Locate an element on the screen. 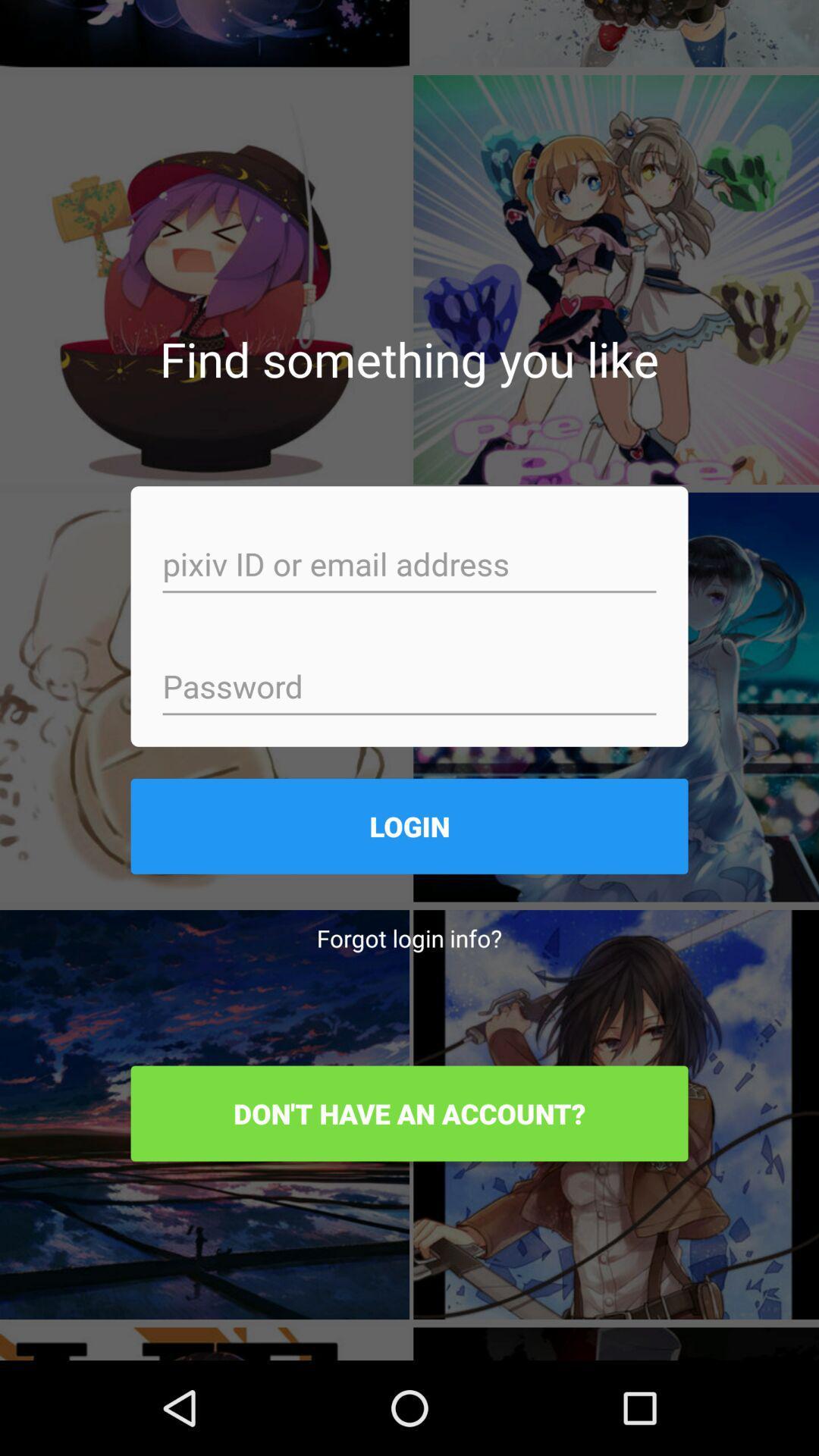 This screenshot has height=1456, width=819. don t have is located at coordinates (409, 1113).